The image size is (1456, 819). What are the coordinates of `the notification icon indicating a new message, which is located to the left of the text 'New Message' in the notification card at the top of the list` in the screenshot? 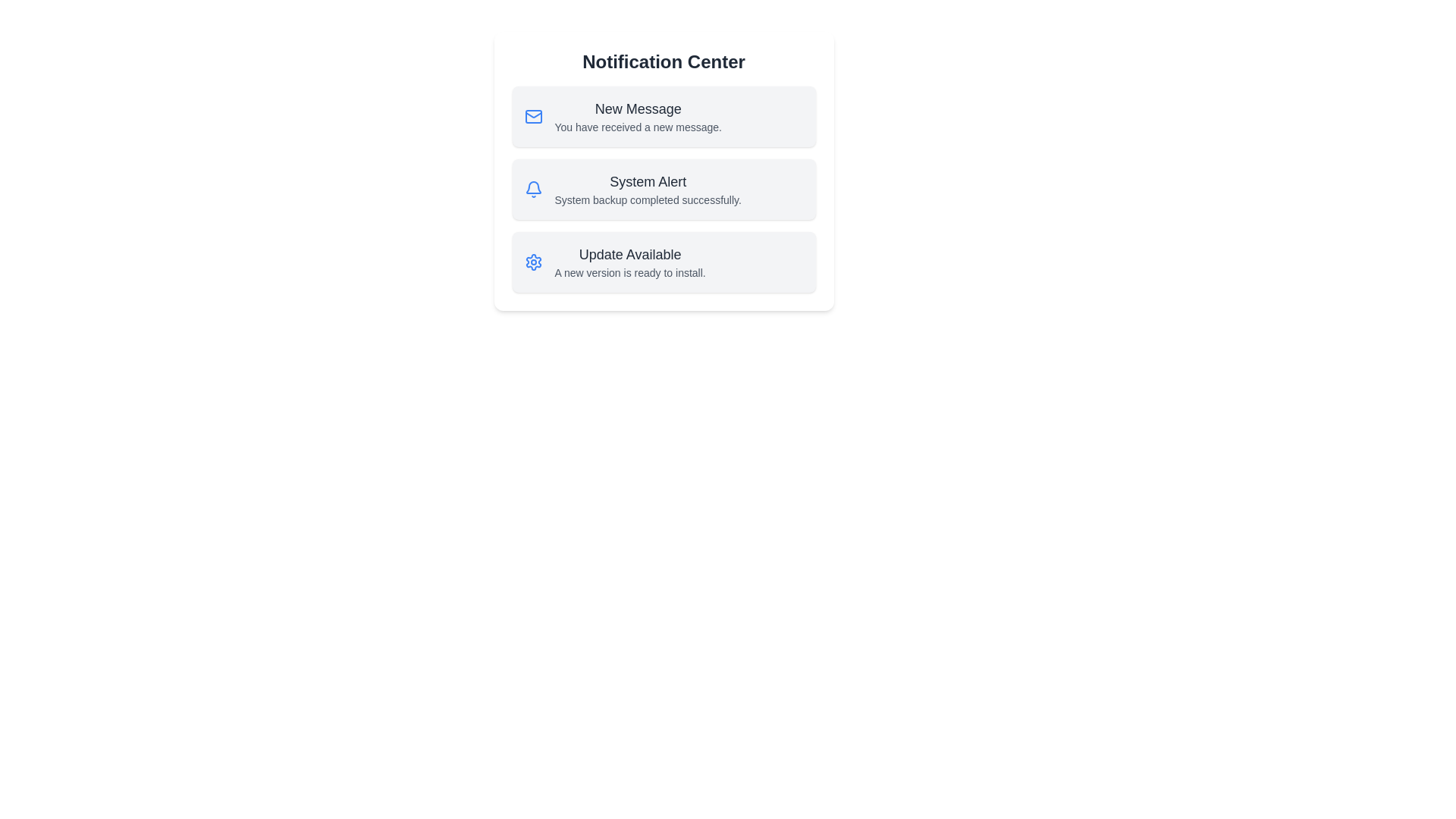 It's located at (533, 116).